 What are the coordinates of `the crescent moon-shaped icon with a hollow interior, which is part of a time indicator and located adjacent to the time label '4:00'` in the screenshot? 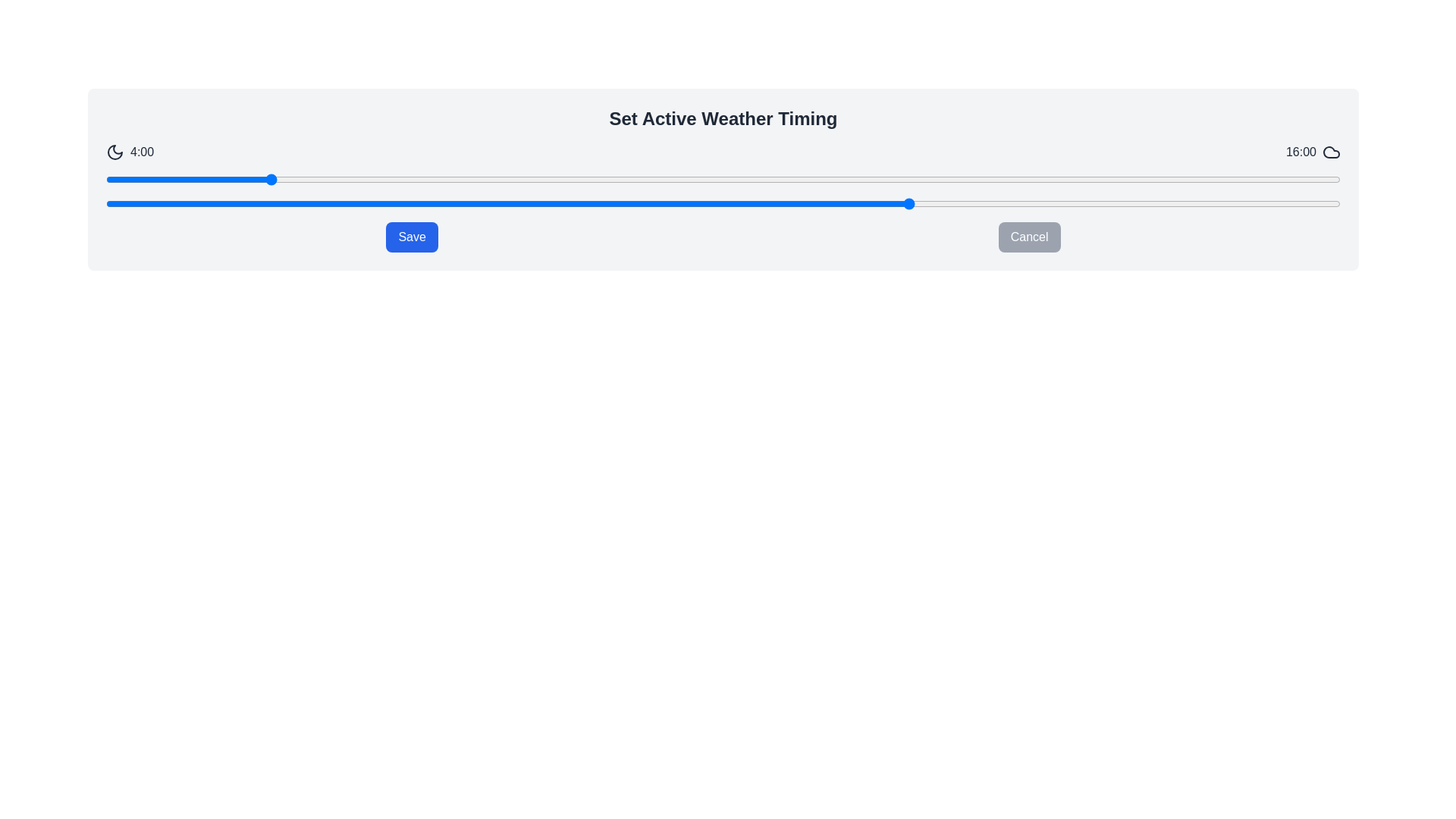 It's located at (115, 152).